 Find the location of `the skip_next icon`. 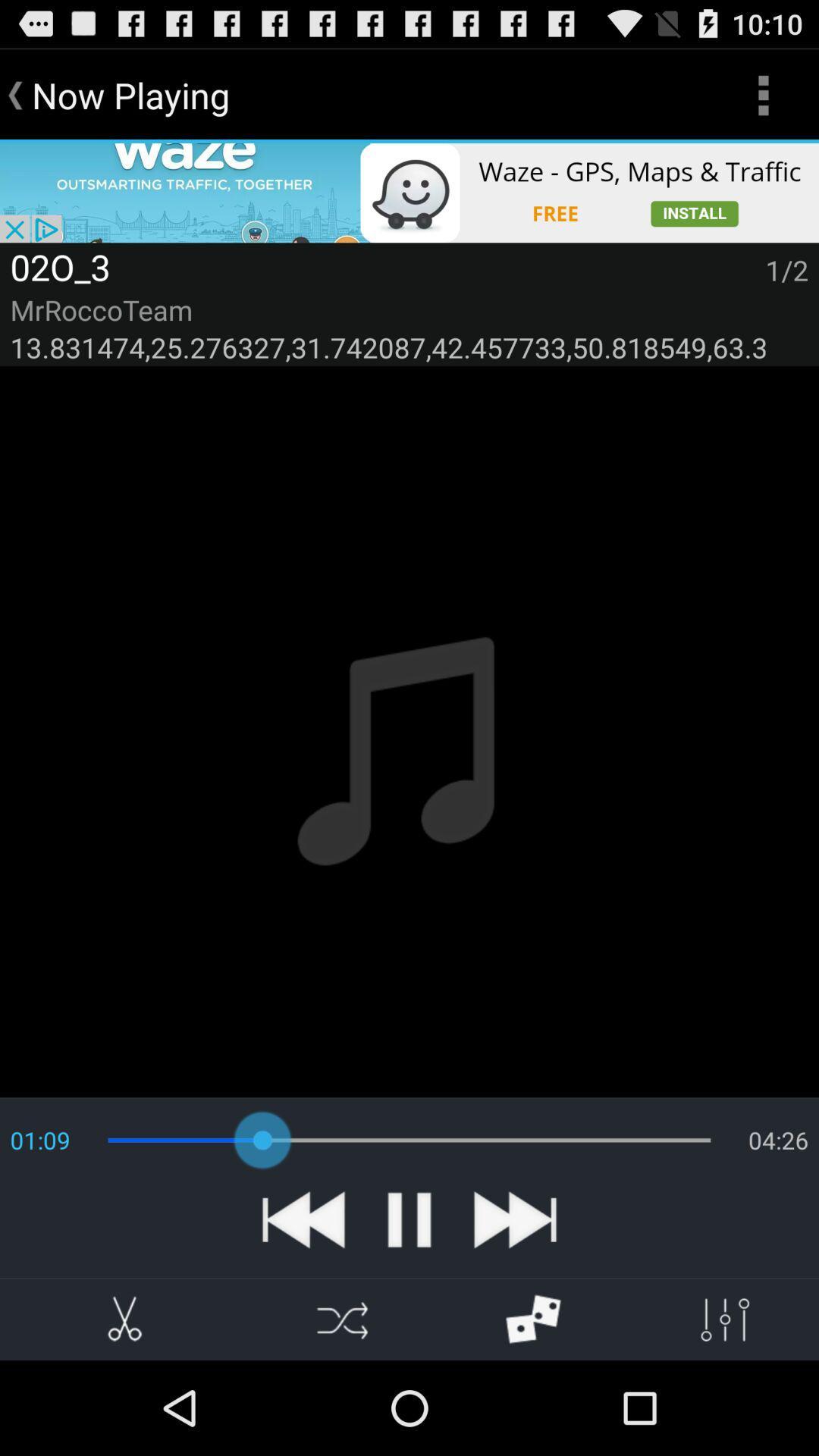

the skip_next icon is located at coordinates (514, 1304).